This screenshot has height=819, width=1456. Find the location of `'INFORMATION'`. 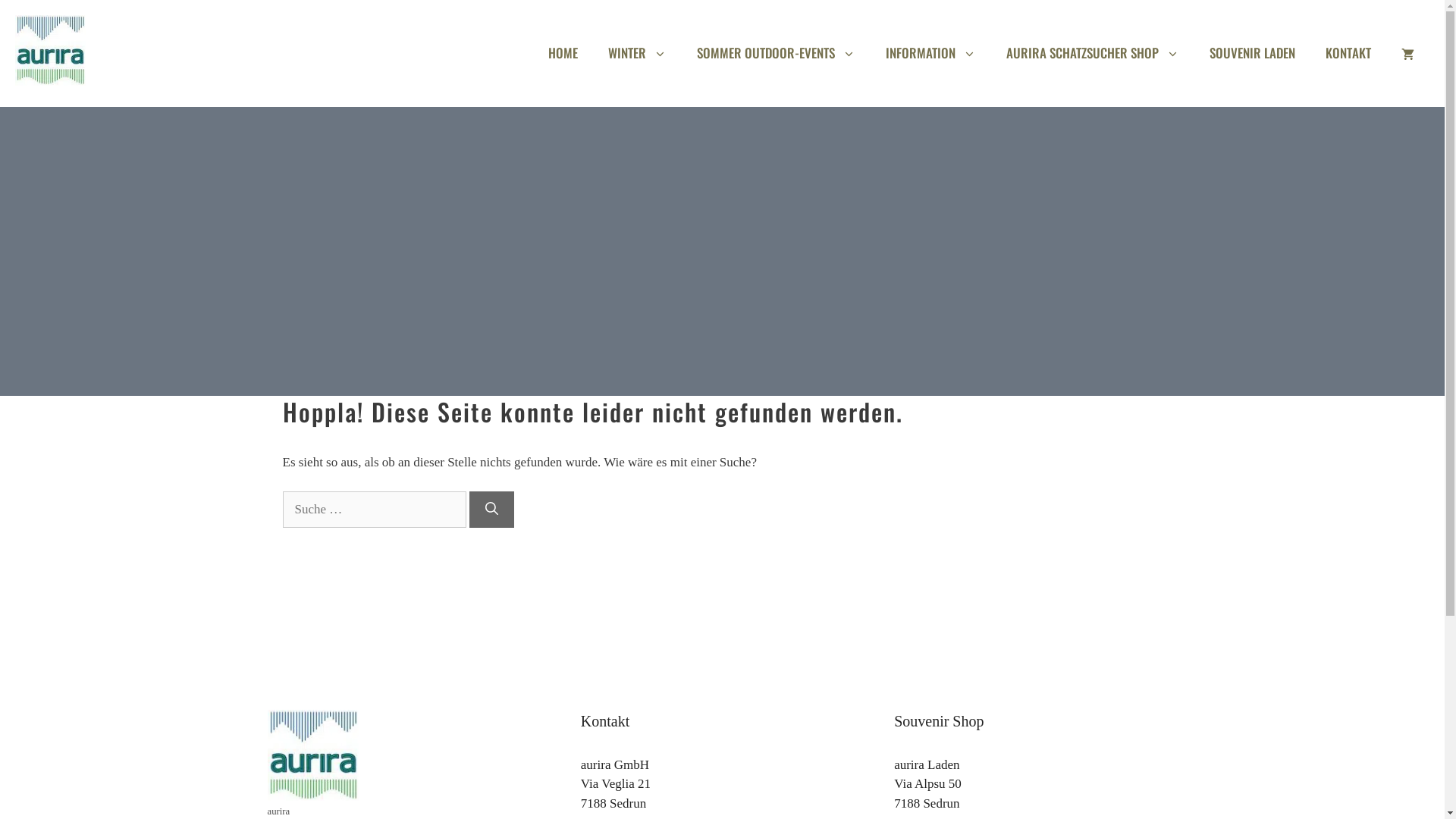

'INFORMATION' is located at coordinates (930, 52).